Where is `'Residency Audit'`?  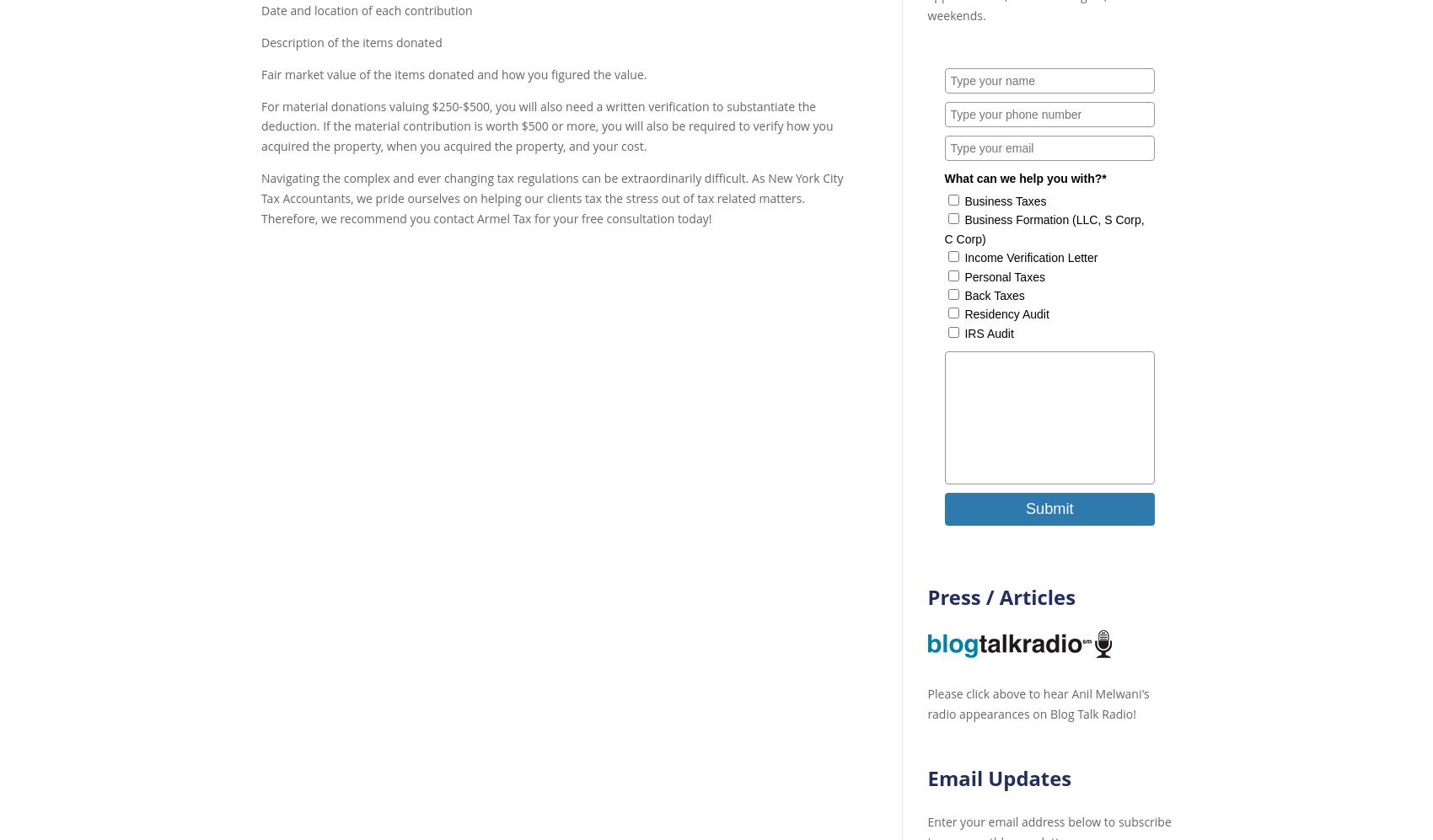 'Residency Audit' is located at coordinates (1006, 313).